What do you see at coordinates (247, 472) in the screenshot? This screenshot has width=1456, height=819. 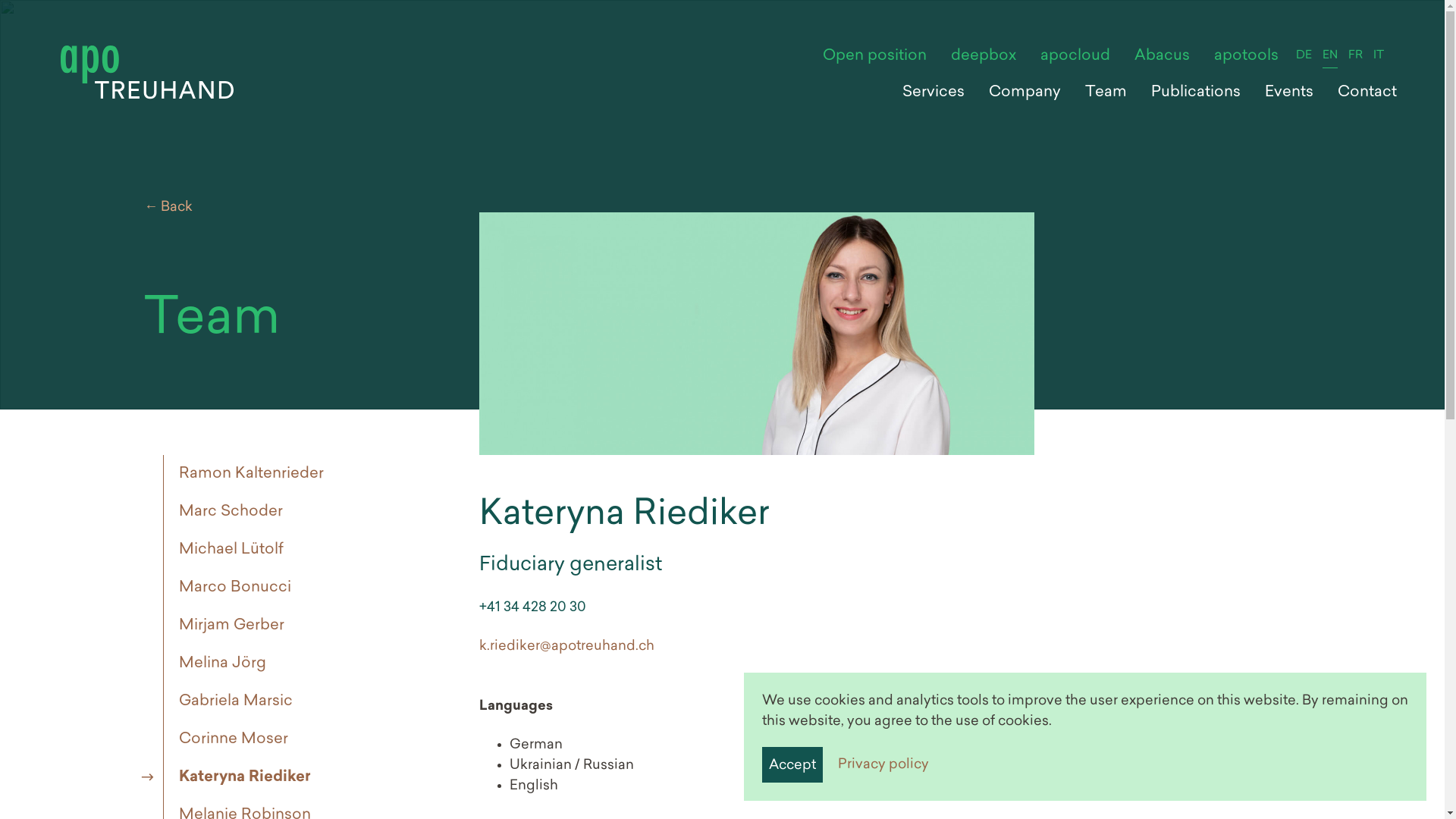 I see `'Ramon Kaltenrieder'` at bounding box center [247, 472].